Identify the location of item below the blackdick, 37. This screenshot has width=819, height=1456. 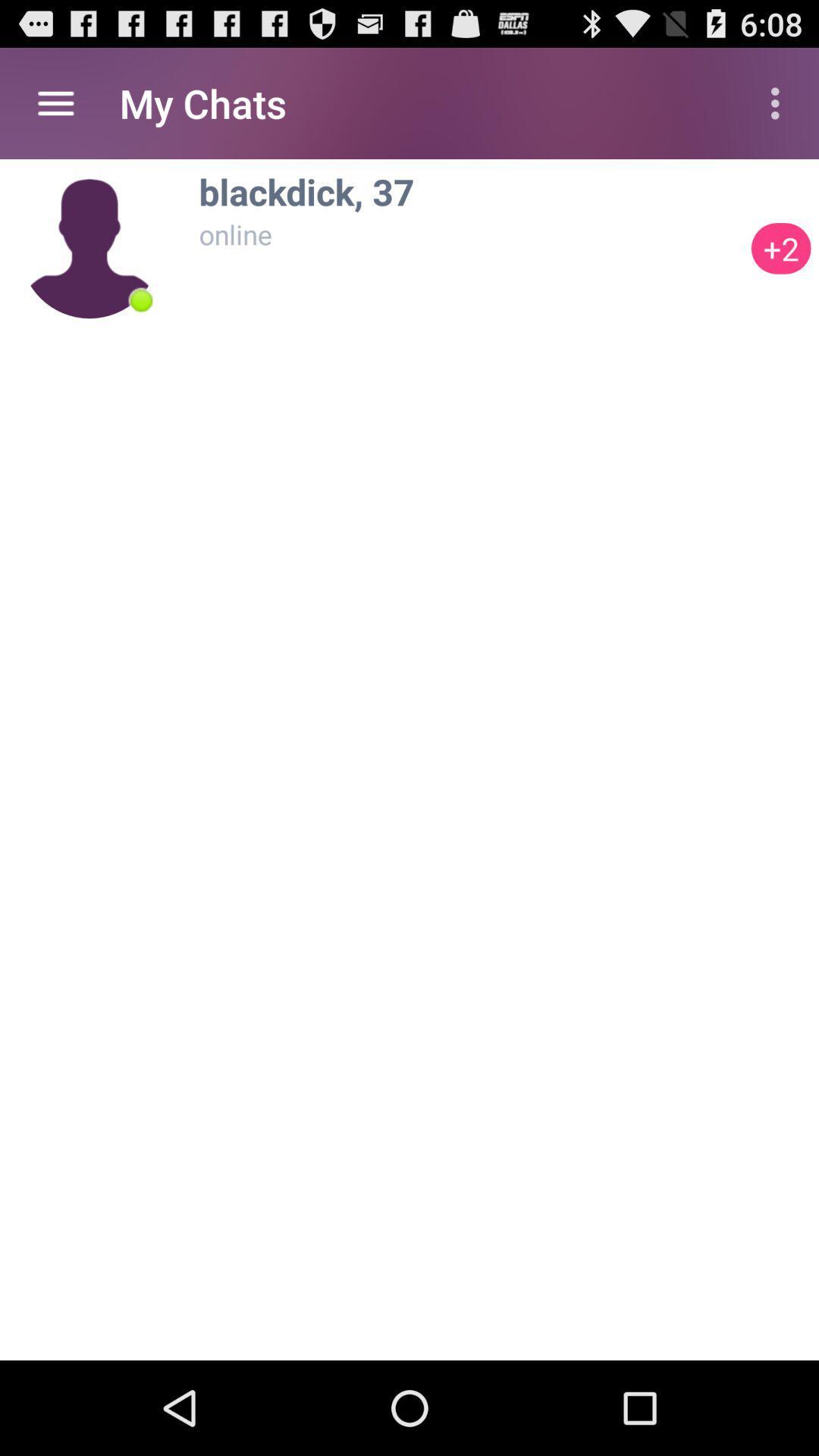
(470, 234).